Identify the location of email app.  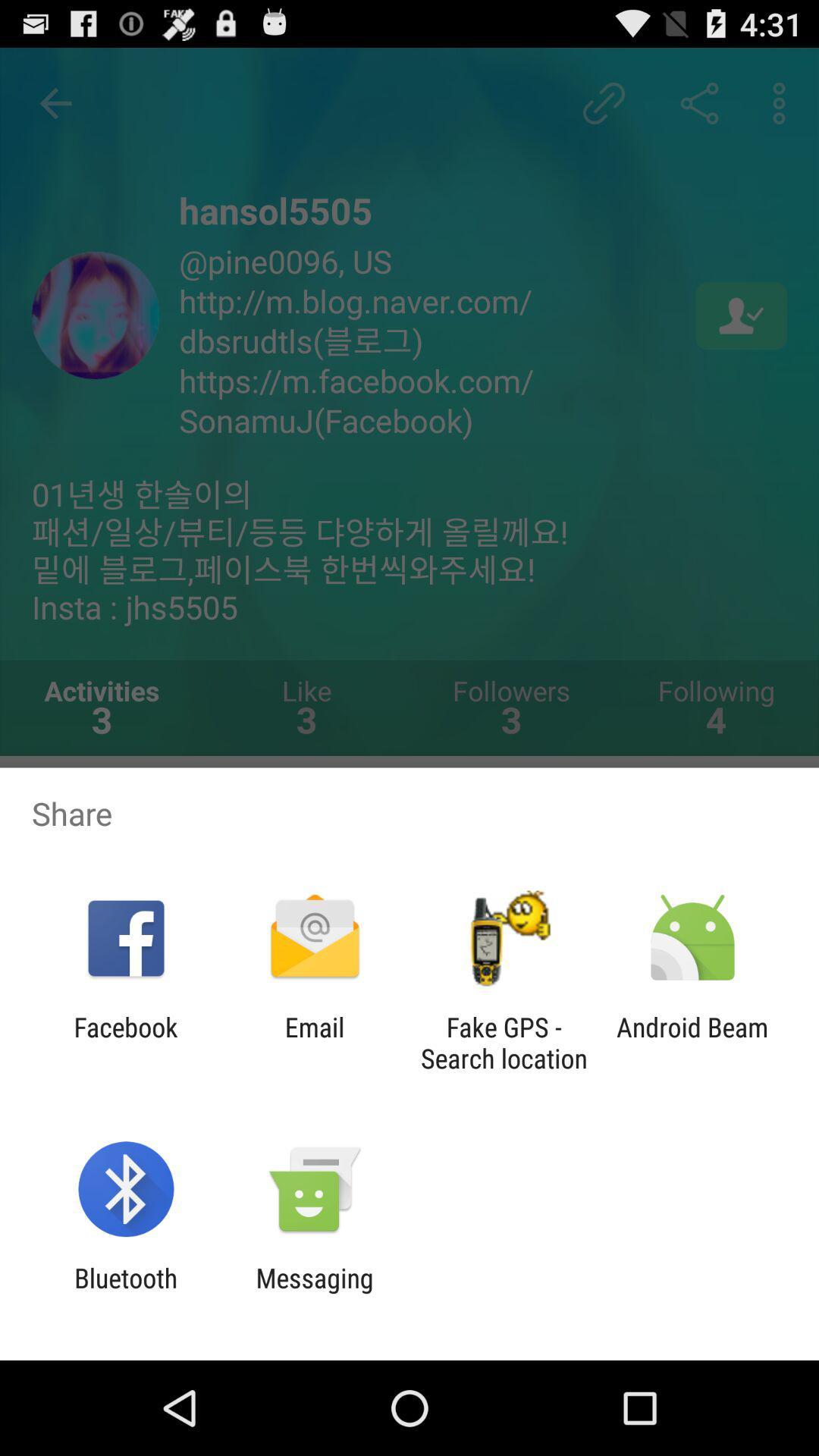
(314, 1042).